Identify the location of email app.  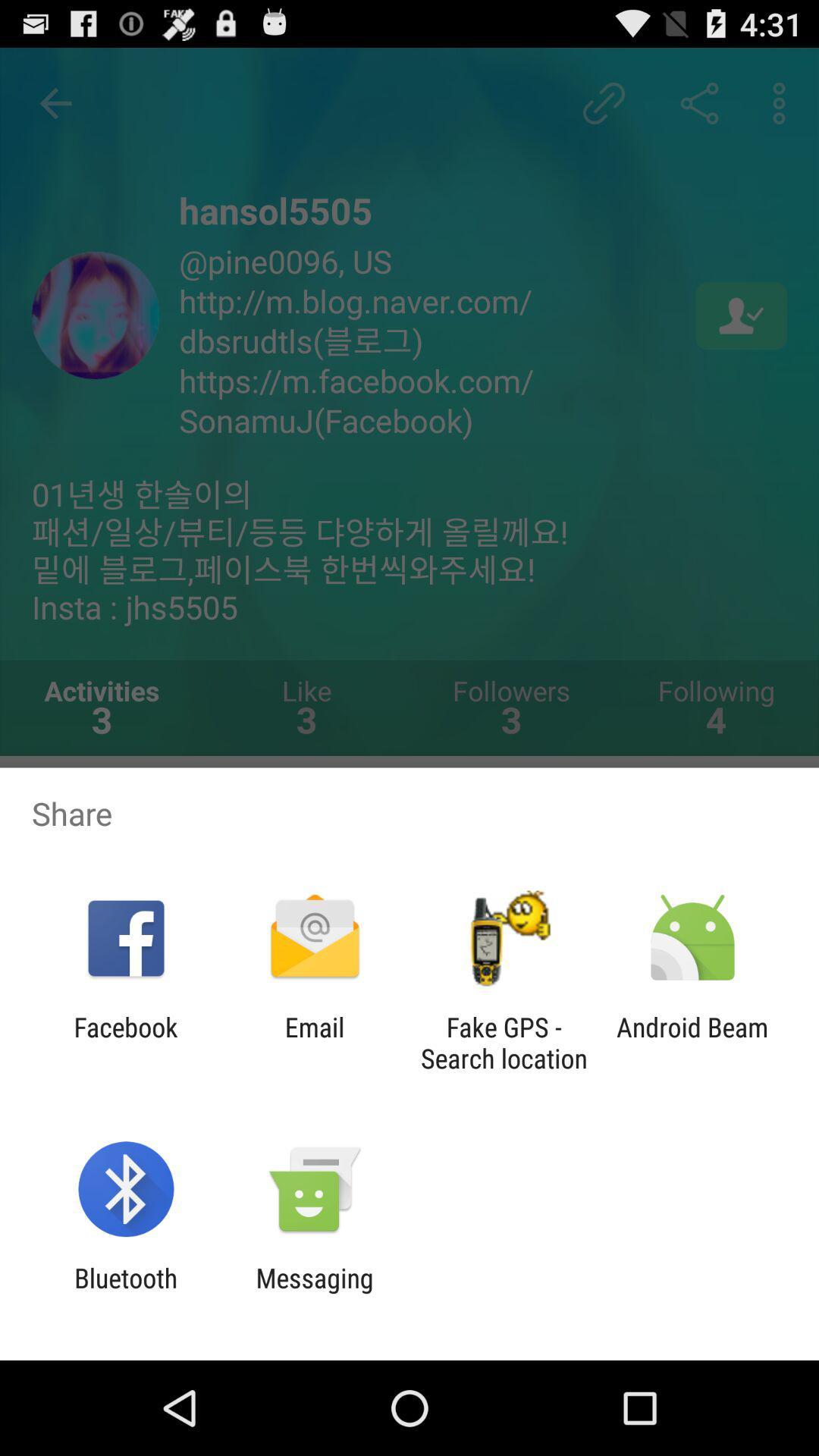
(314, 1042).